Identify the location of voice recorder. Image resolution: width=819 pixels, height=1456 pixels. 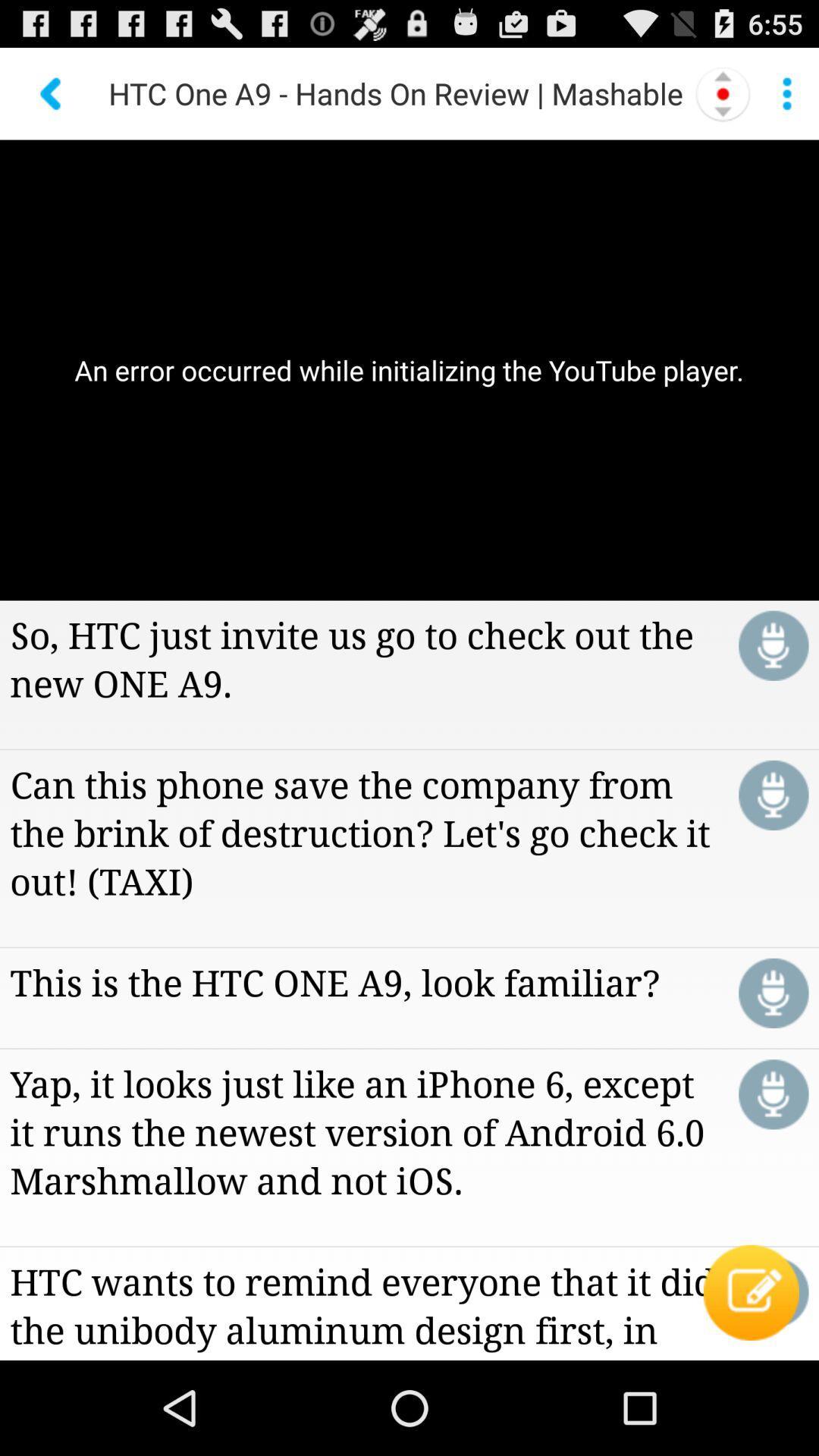
(773, 795).